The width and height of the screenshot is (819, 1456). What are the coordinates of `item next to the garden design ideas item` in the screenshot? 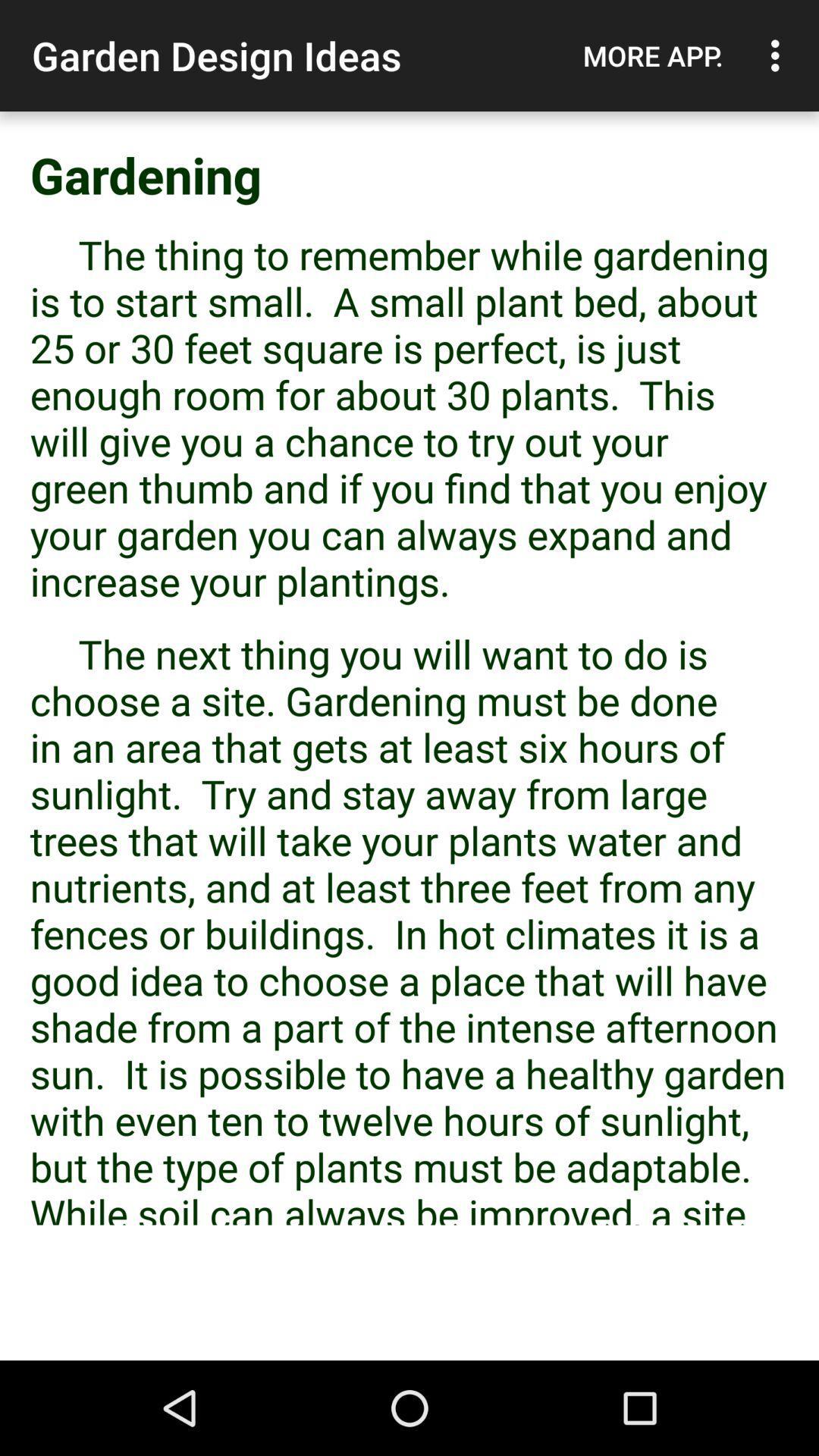 It's located at (652, 55).